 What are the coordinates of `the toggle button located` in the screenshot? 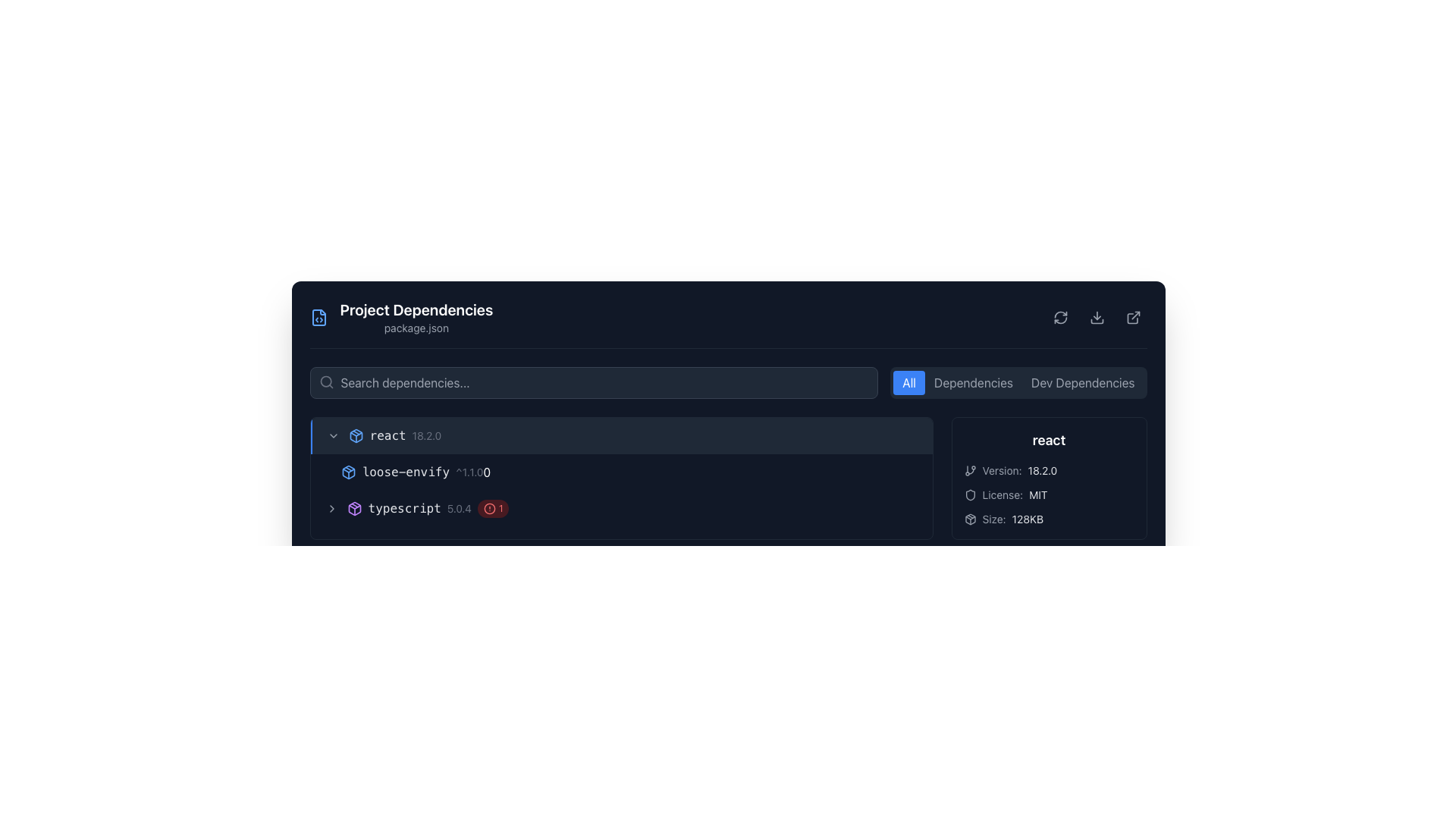 It's located at (332, 435).